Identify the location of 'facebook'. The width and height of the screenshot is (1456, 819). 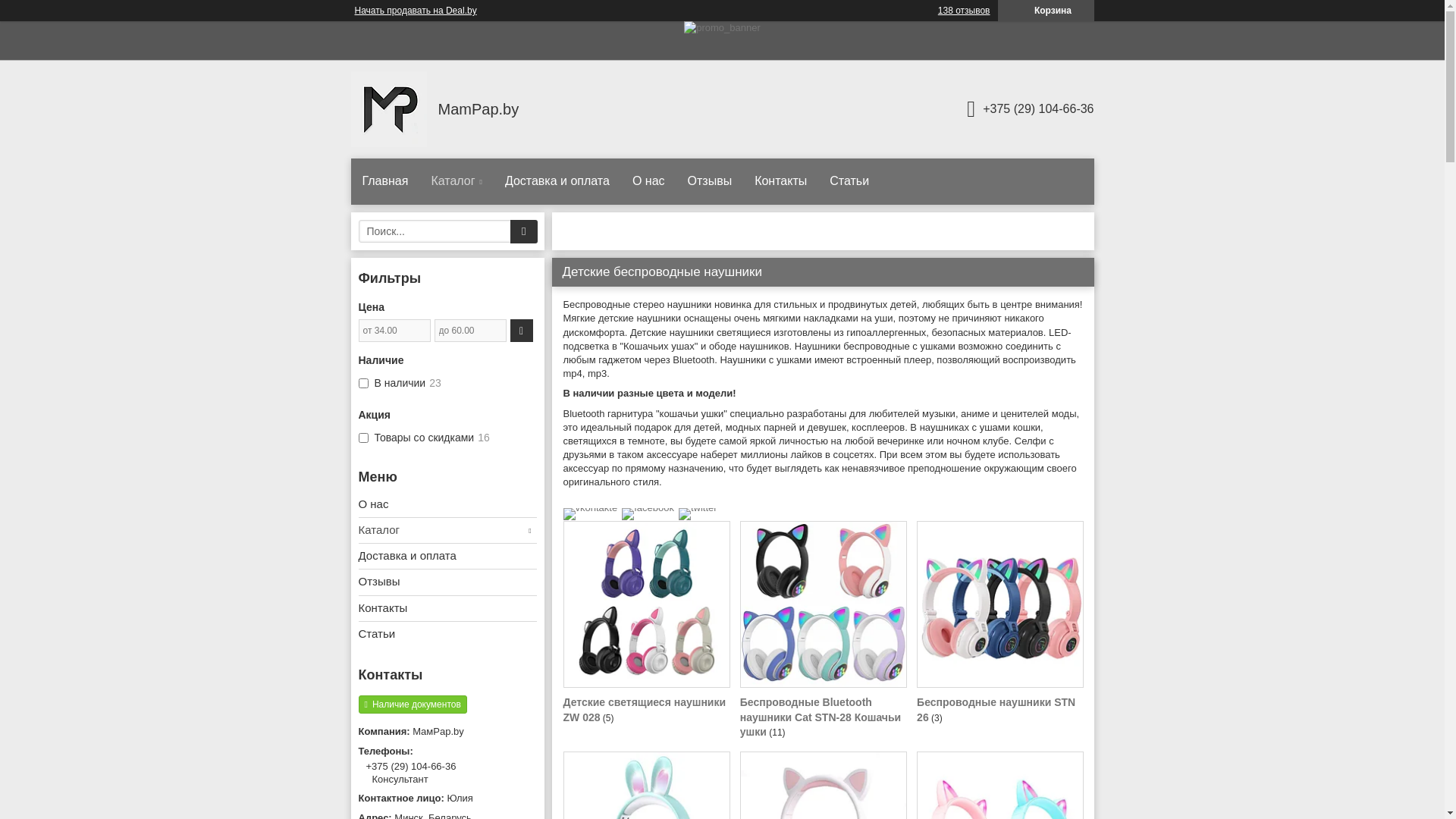
(622, 507).